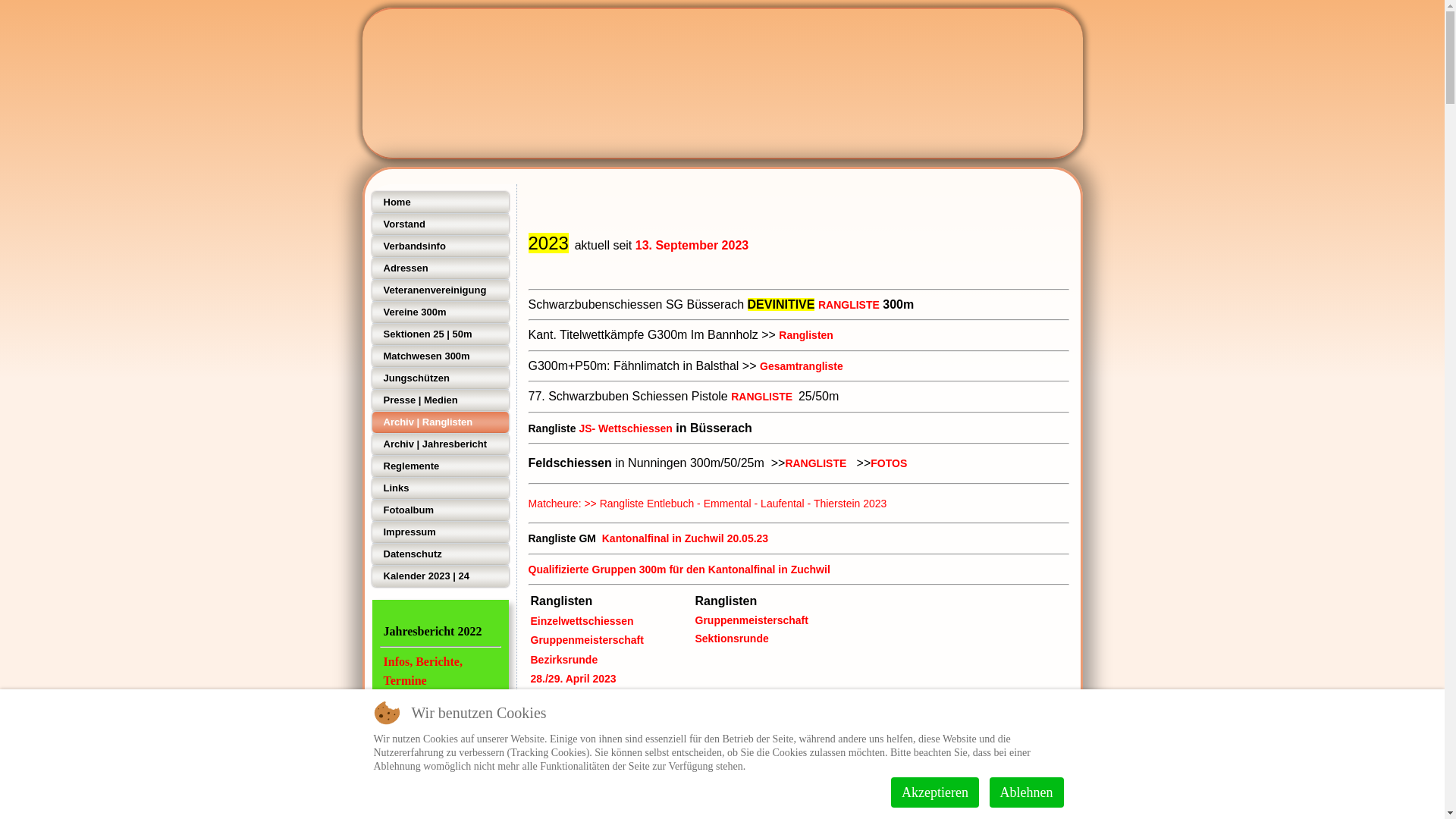 This screenshot has height=819, width=1456. I want to click on 'Veteranenvereinigung', so click(371, 290).